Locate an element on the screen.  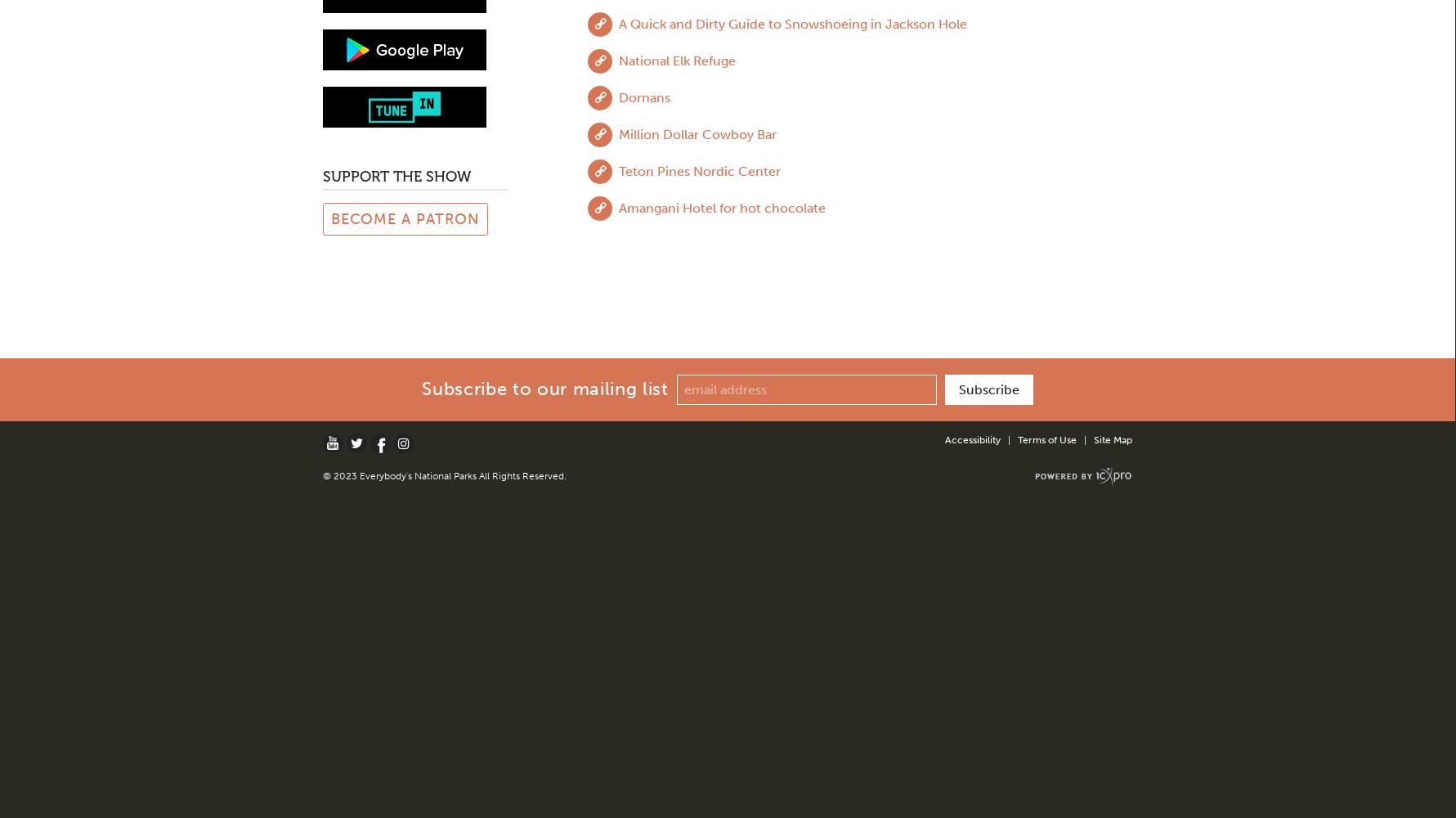
'June 2018' is located at coordinates (328, 164).